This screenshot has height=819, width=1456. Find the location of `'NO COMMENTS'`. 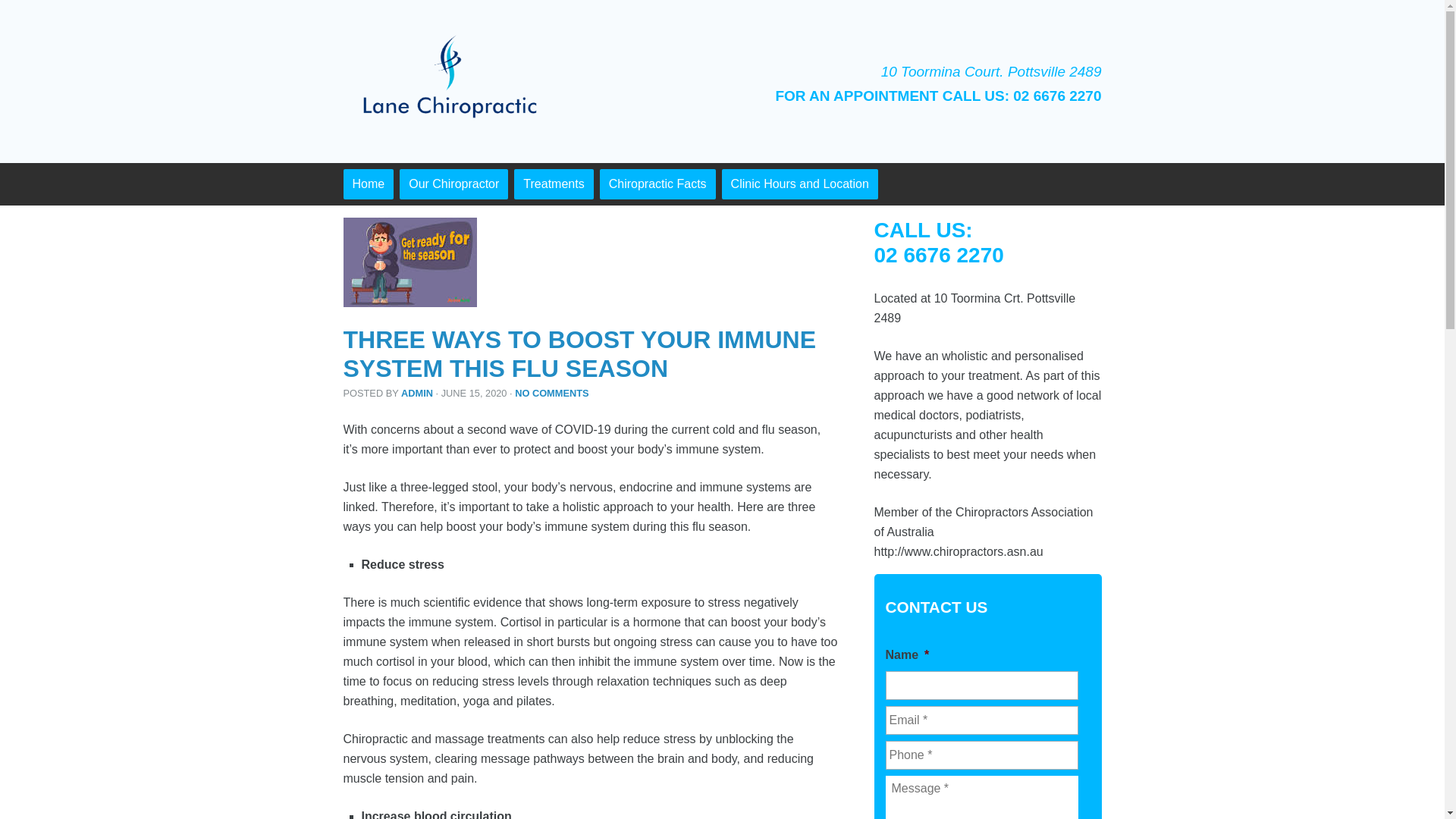

'NO COMMENTS' is located at coordinates (514, 392).